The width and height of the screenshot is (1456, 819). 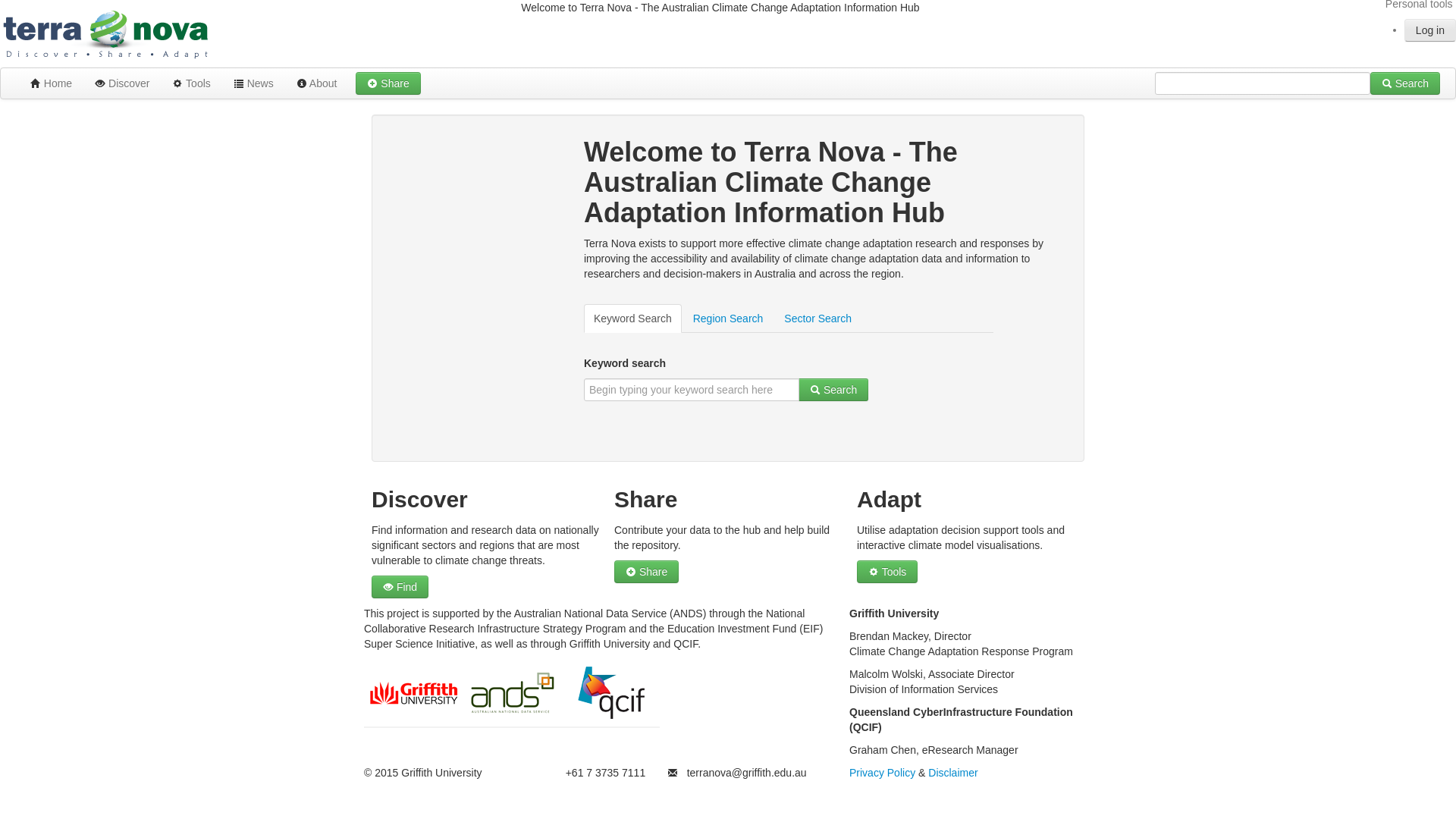 I want to click on 'Region Search', so click(x=682, y=318).